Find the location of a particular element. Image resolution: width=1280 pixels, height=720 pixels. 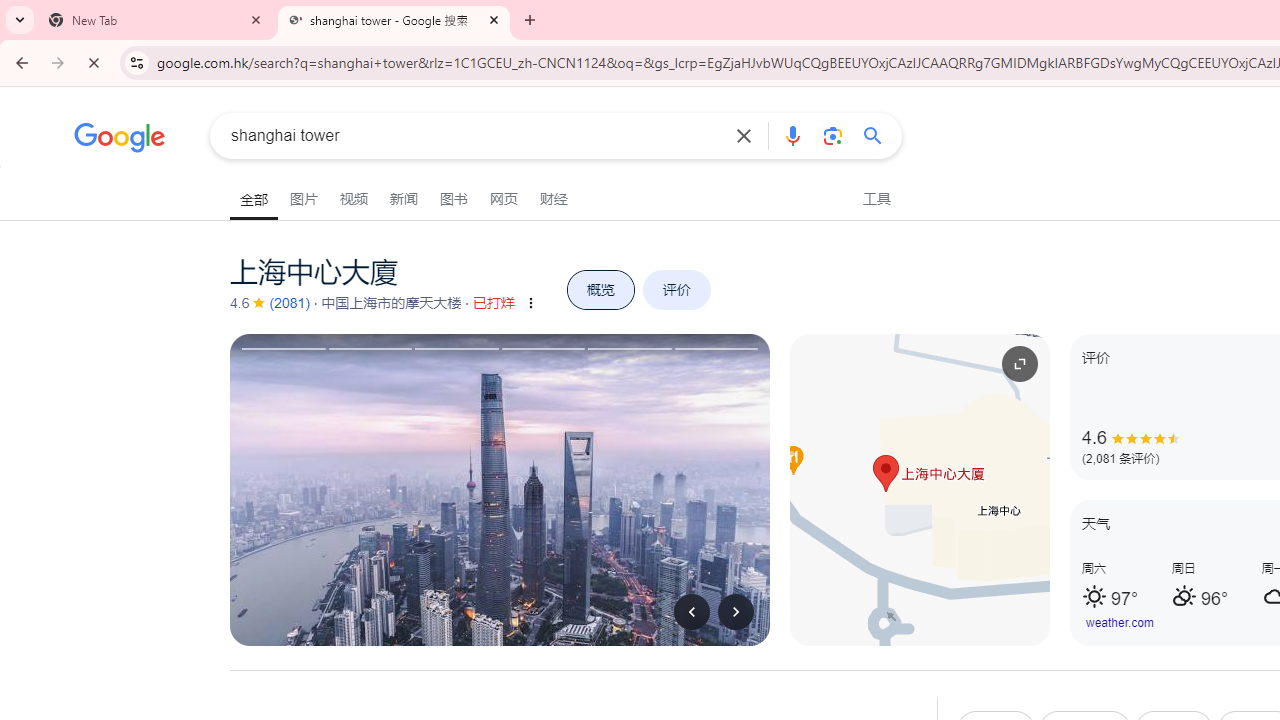

'Google' is located at coordinates (119, 138).